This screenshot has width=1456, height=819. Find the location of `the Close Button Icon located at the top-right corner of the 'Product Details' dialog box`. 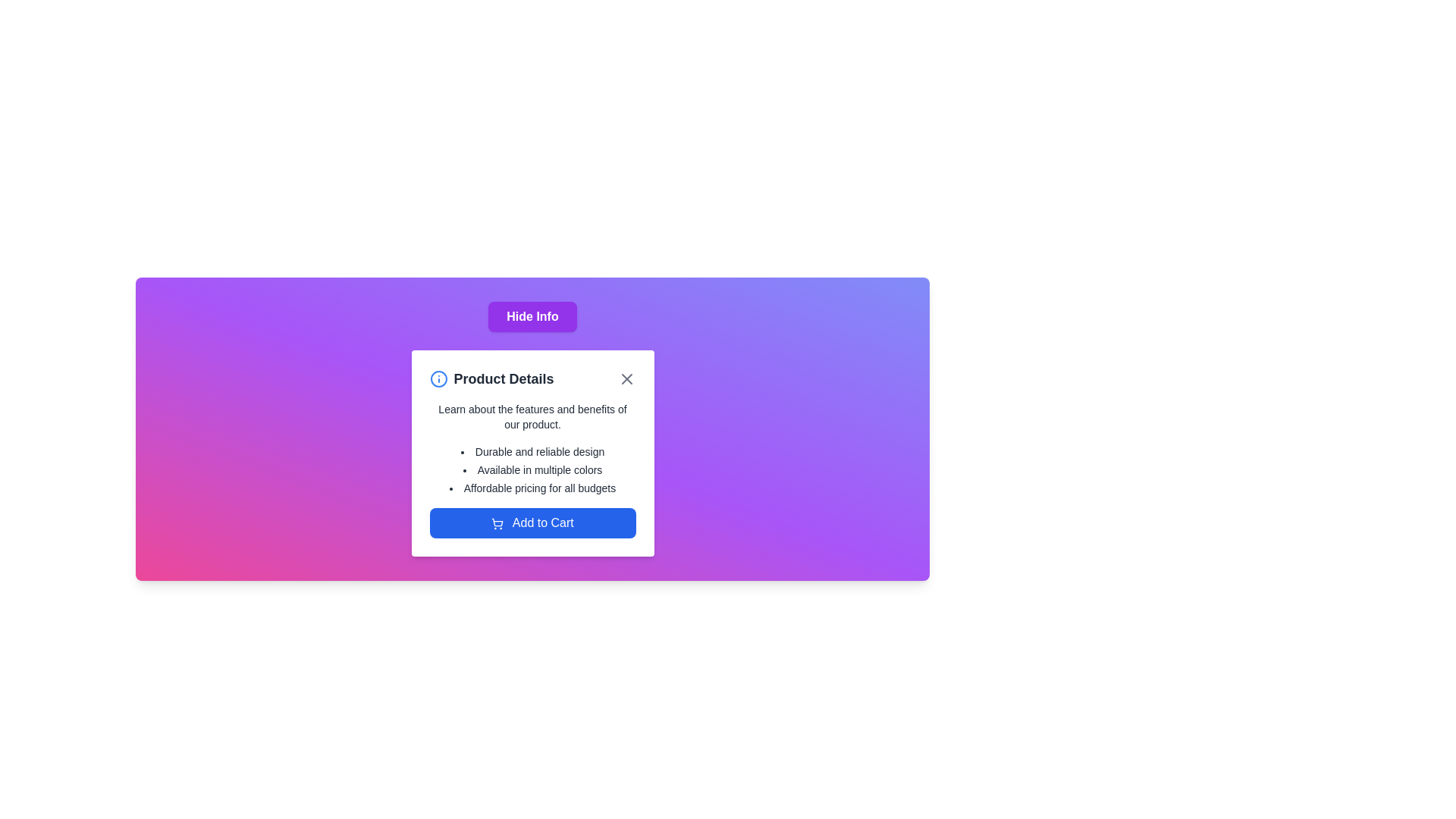

the Close Button Icon located at the top-right corner of the 'Product Details' dialog box is located at coordinates (626, 378).